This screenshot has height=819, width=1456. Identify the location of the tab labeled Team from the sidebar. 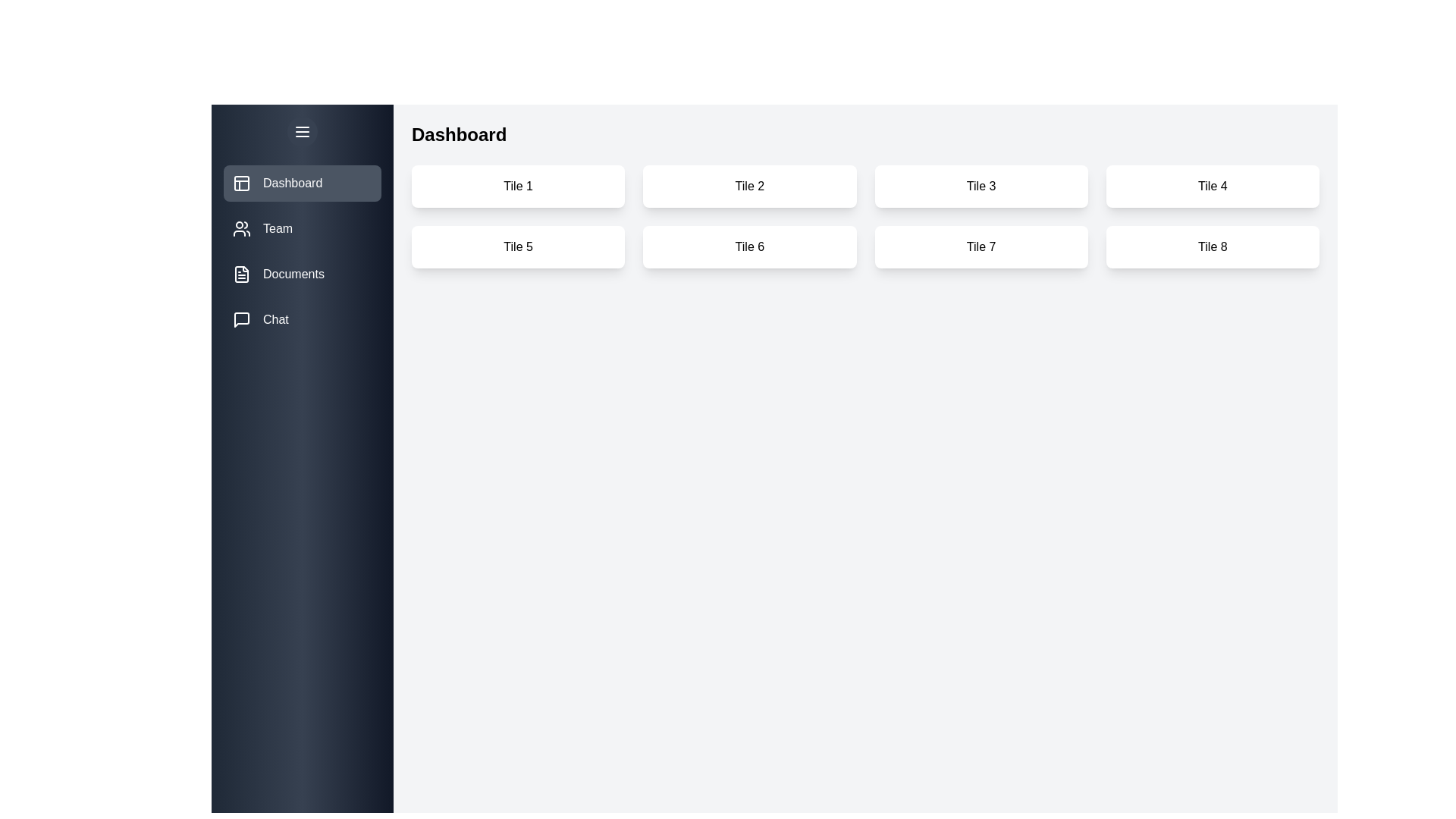
(302, 228).